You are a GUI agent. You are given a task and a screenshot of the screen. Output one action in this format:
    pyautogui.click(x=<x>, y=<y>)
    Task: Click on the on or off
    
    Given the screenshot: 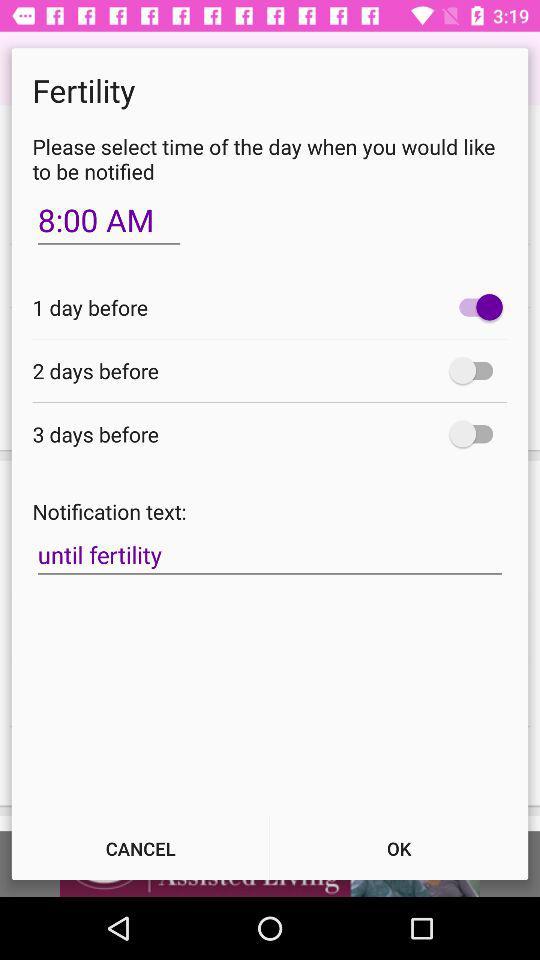 What is the action you would take?
    pyautogui.click(x=475, y=434)
    